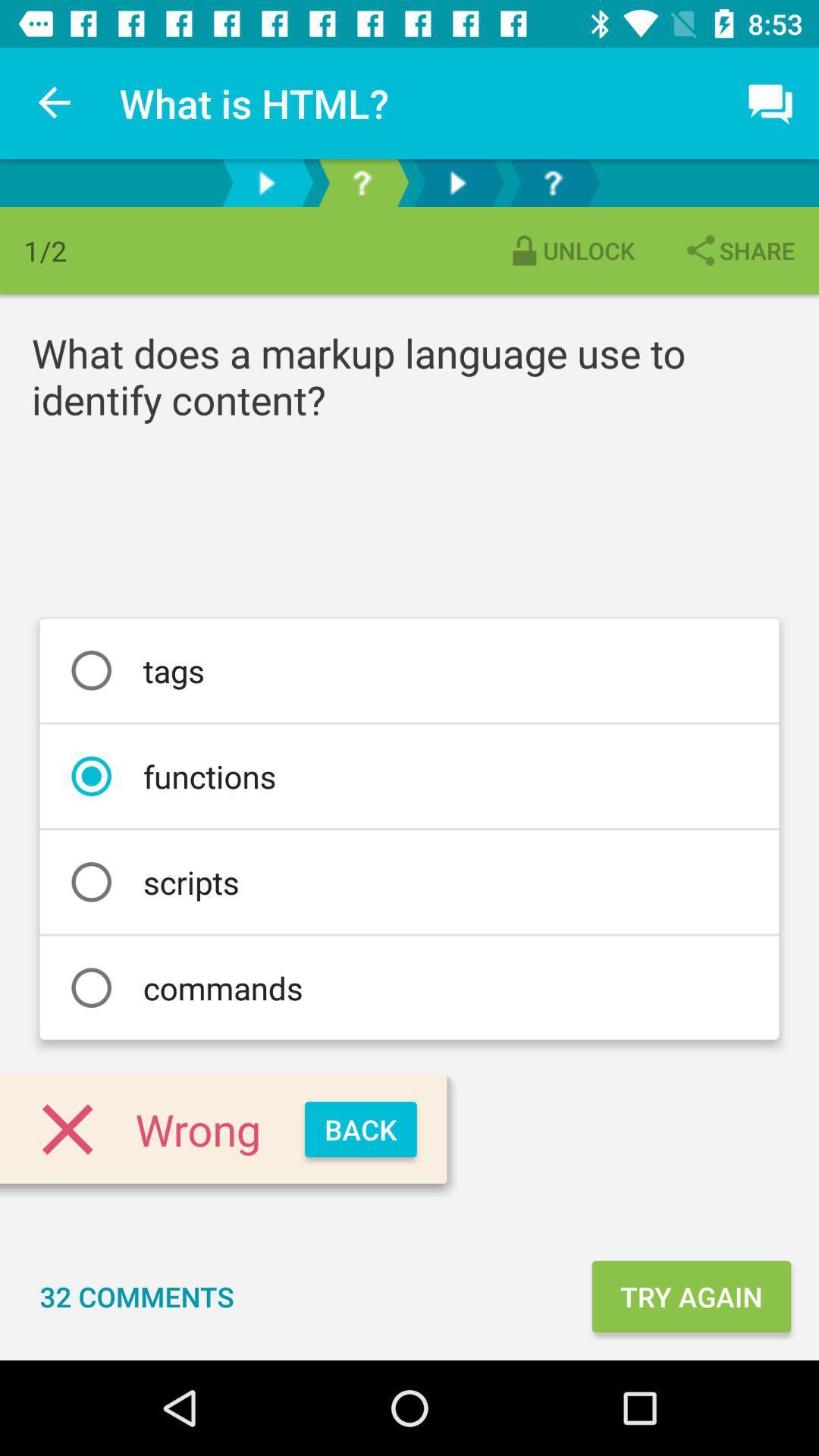  Describe the element at coordinates (136, 1295) in the screenshot. I see `32 comments item` at that location.